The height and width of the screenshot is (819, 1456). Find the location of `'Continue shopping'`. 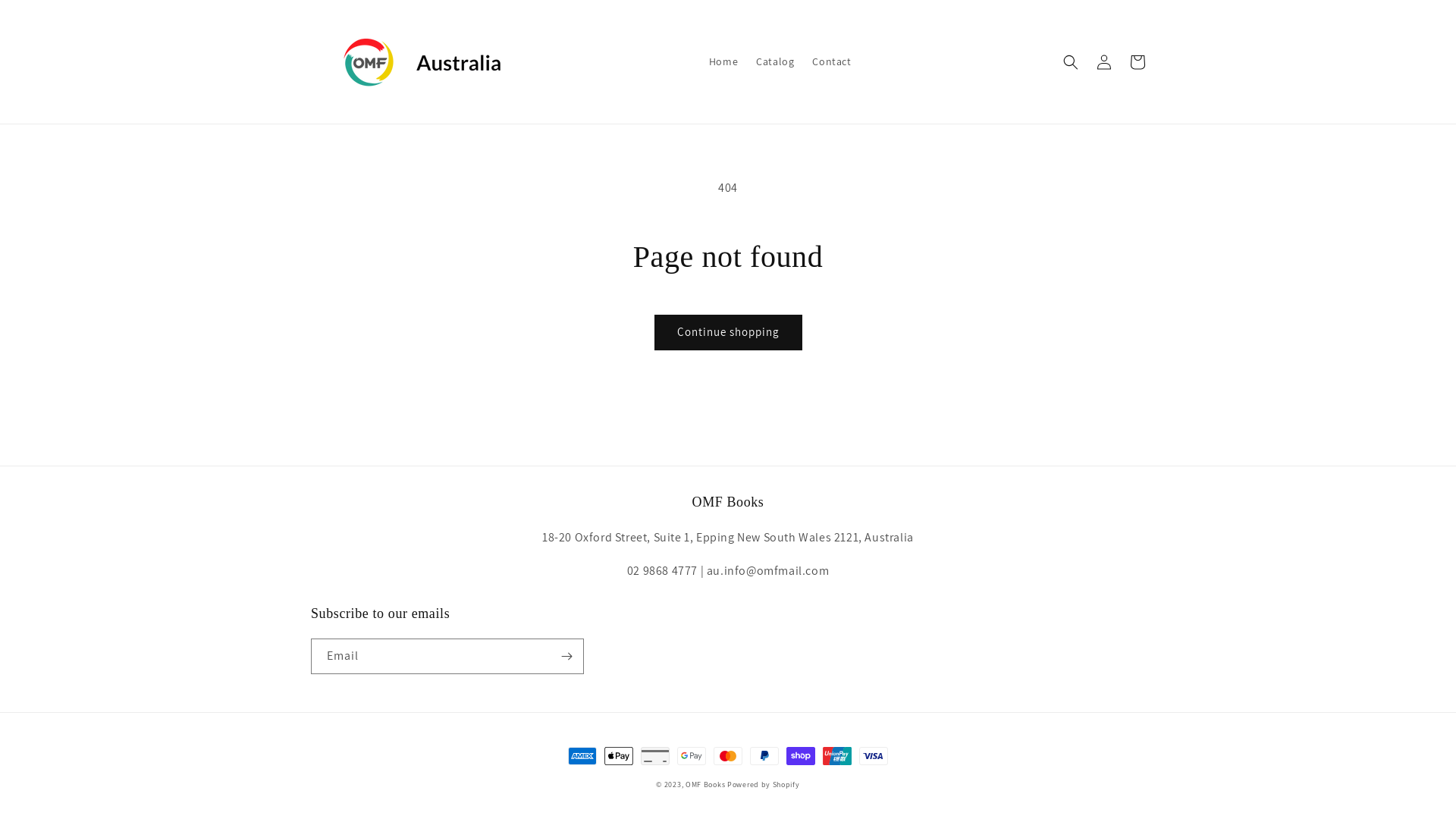

'Continue shopping' is located at coordinates (726, 331).